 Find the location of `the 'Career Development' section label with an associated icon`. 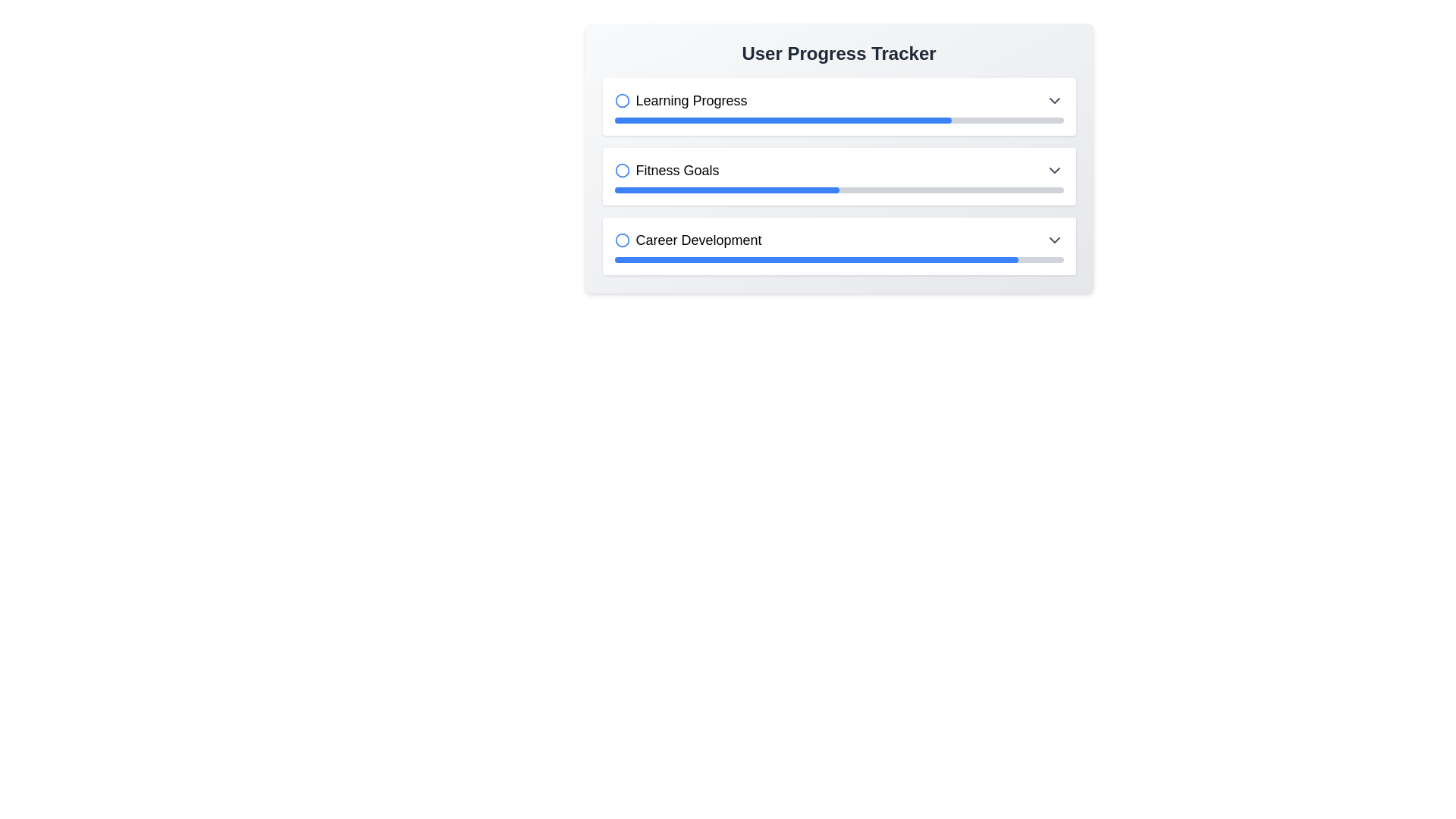

the 'Career Development' section label with an associated icon is located at coordinates (687, 239).